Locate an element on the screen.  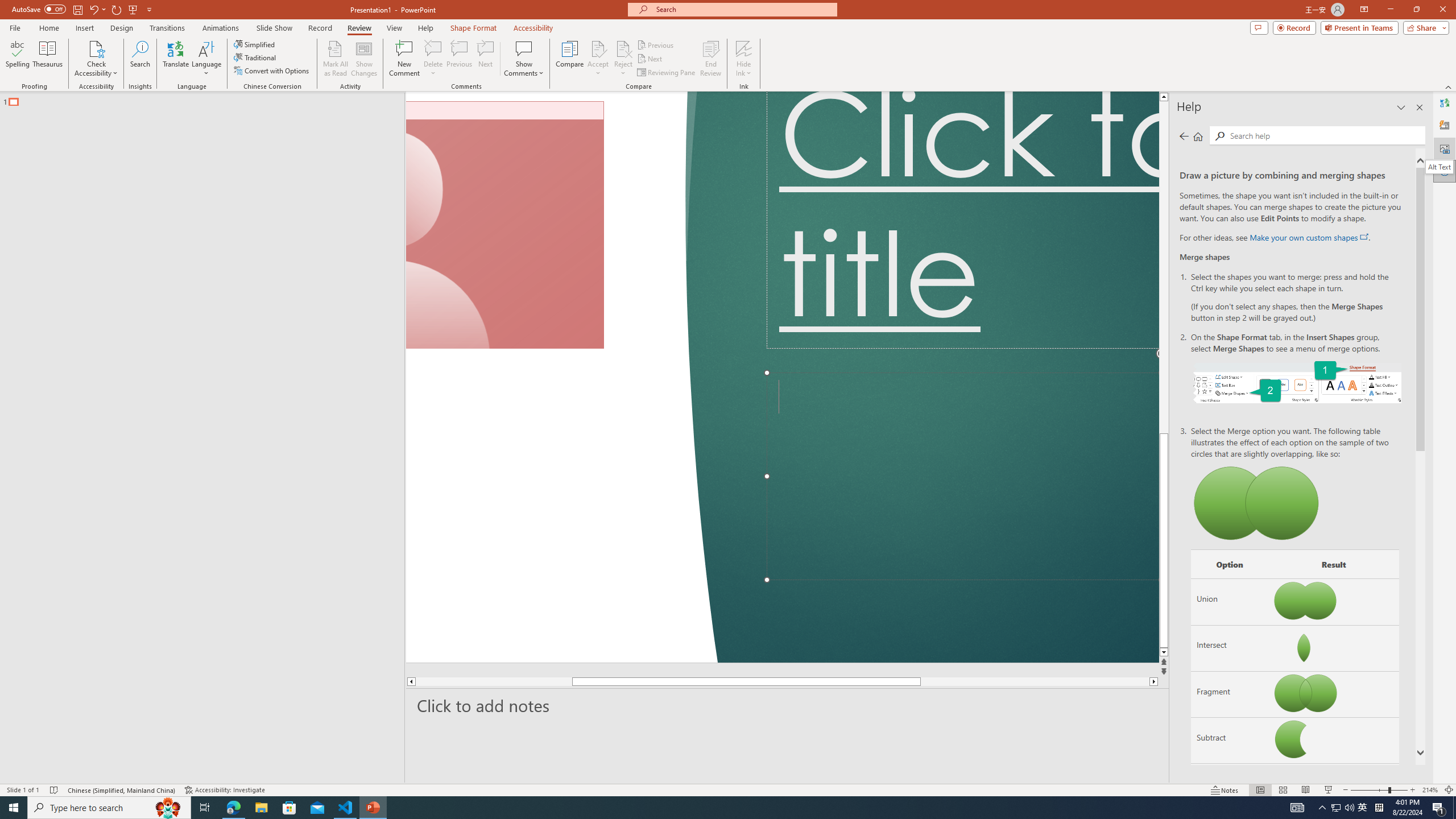
'Translator' is located at coordinates (1444, 102).